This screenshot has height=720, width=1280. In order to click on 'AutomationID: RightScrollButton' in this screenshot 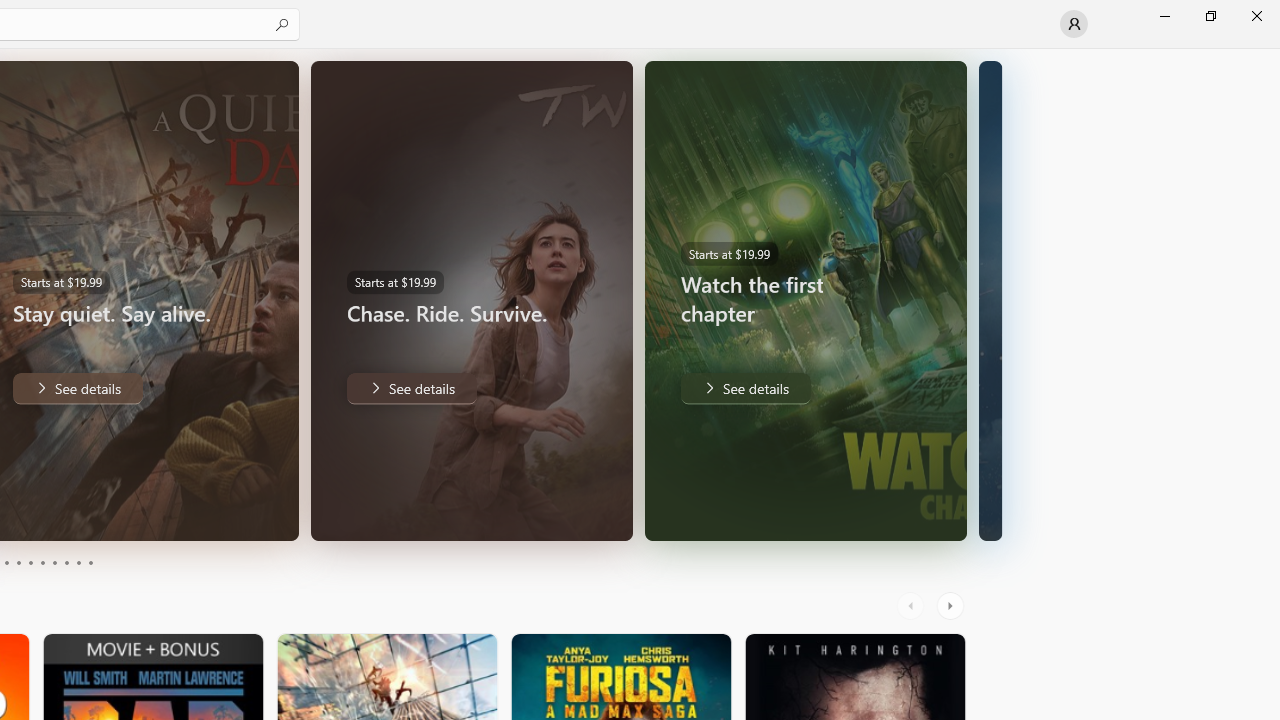, I will do `click(951, 605)`.